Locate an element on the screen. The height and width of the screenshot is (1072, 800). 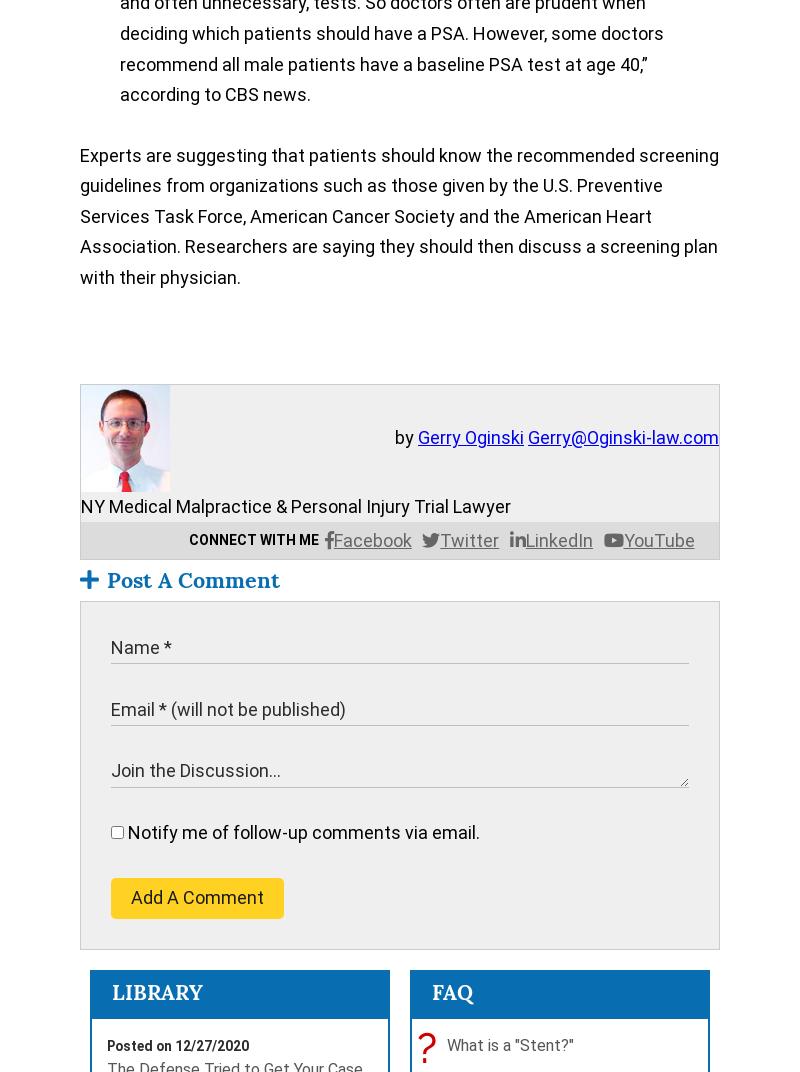
'Experts are suggesting that patients should know the recommended screening guidelines from organizations such as those given by the U.S. Preventive Services Task Force, American Cancer Society and the American Heart Association. Researchers are saying they should then discuss a screening plan with their physician.' is located at coordinates (80, 216).